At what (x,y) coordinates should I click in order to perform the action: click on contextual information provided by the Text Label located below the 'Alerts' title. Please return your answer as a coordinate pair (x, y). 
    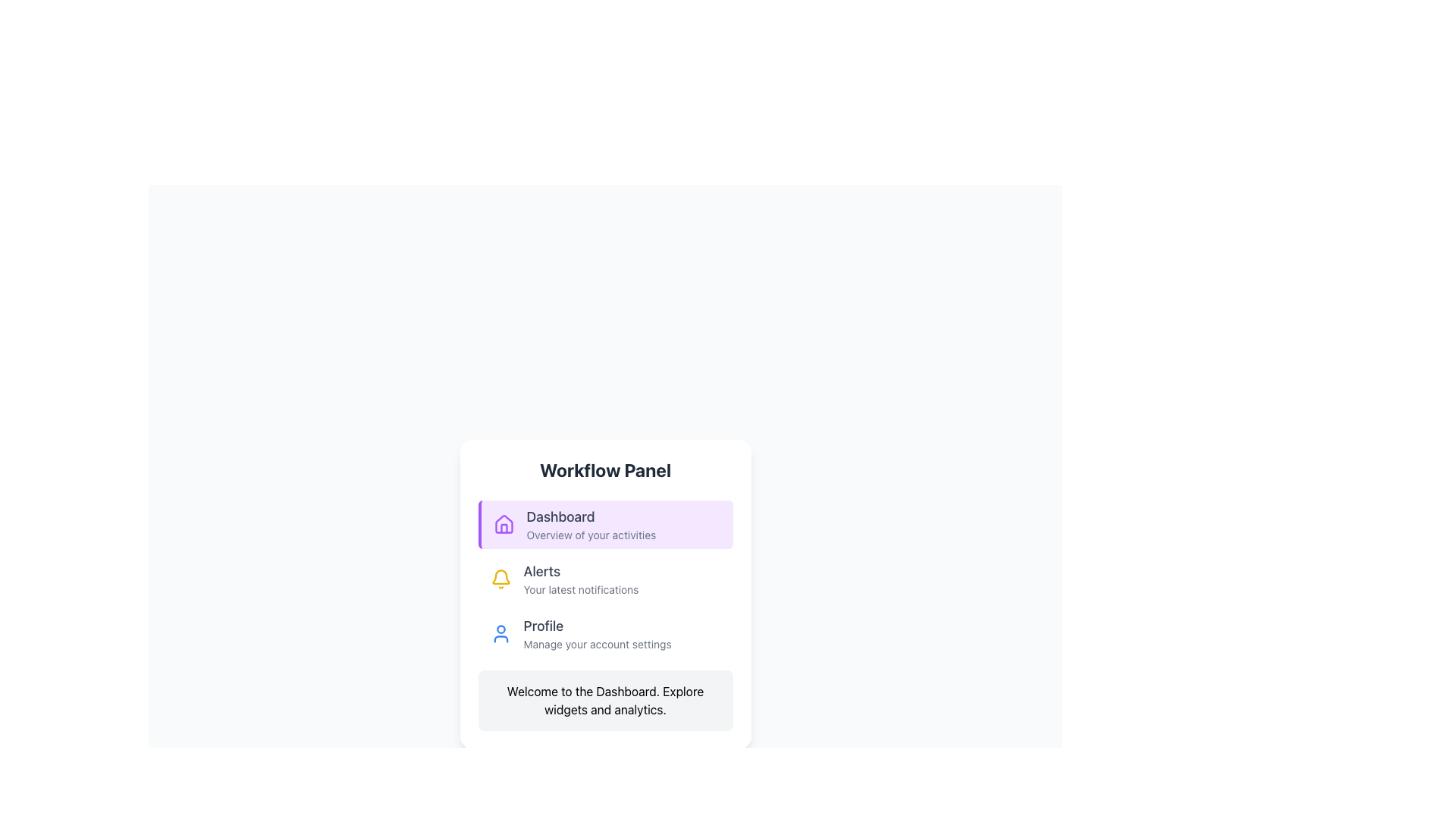
    Looking at the image, I should click on (580, 589).